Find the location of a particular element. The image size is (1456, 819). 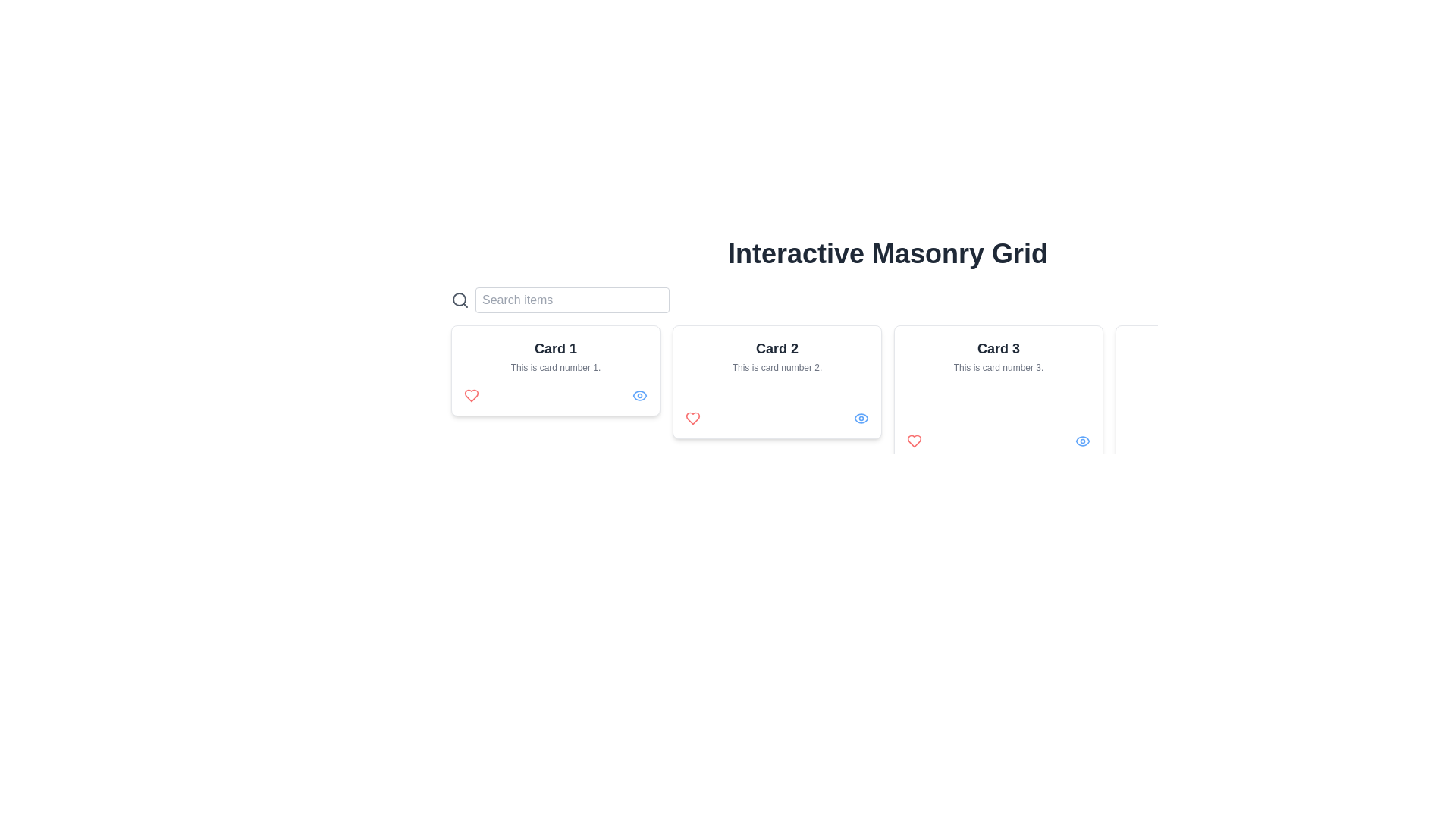

text content of the informational card labeled 'Card 2', which is positioned in the center of a card-style layout between 'Card 1' and 'Card 3' is located at coordinates (777, 356).